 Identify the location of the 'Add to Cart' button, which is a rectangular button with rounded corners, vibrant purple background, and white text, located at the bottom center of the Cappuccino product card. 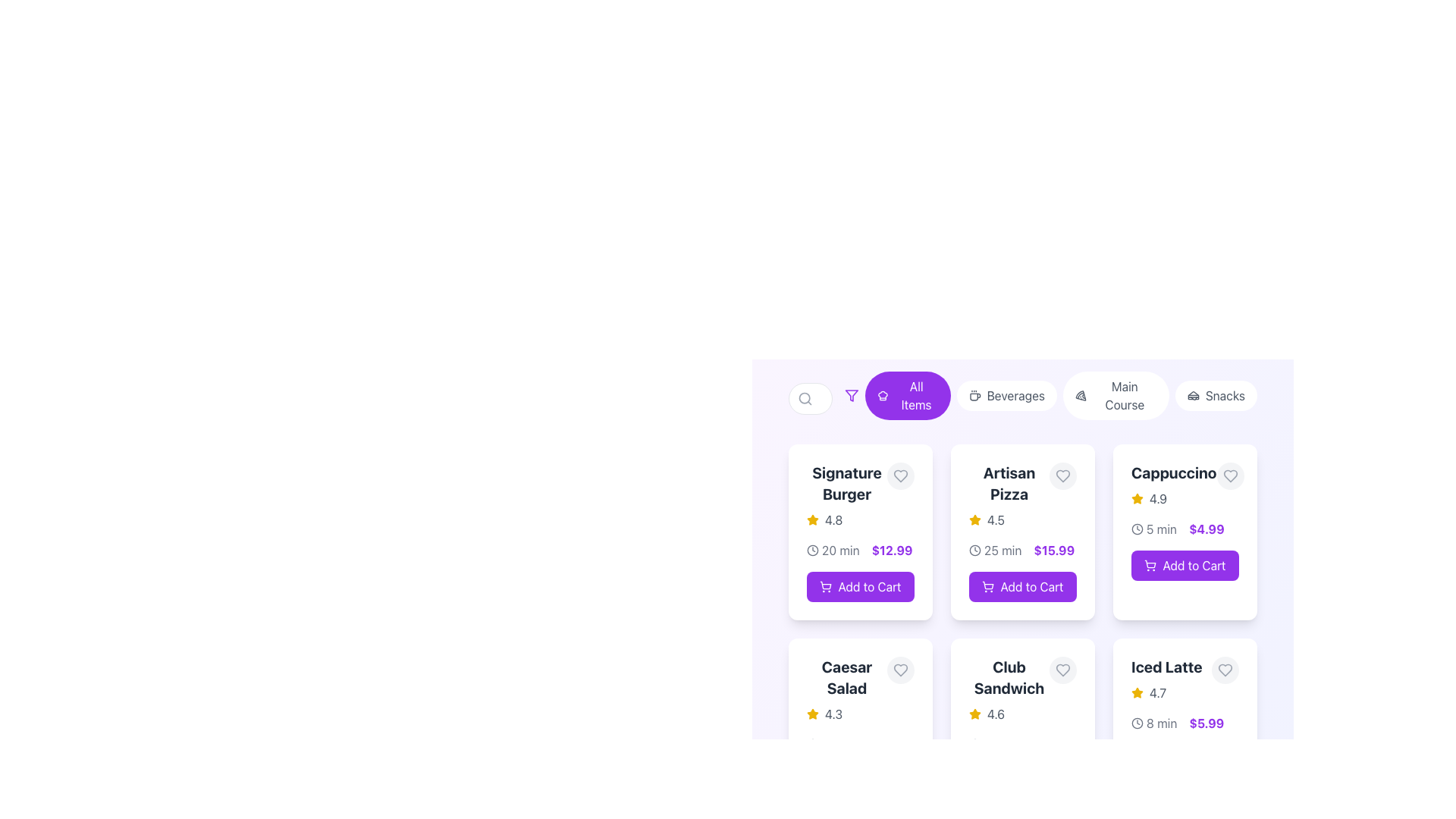
(1185, 565).